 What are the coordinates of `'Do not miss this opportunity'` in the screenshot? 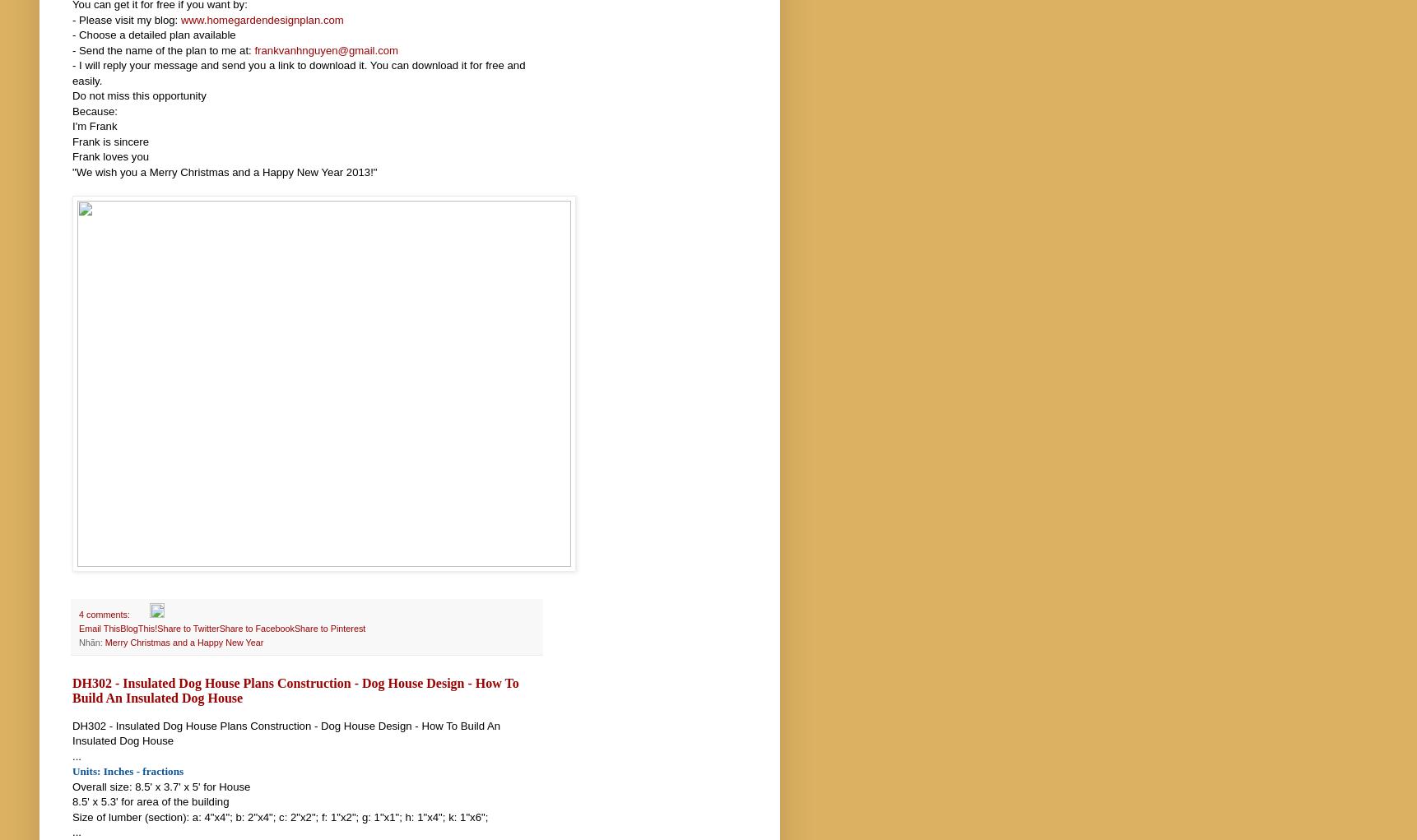 It's located at (138, 95).